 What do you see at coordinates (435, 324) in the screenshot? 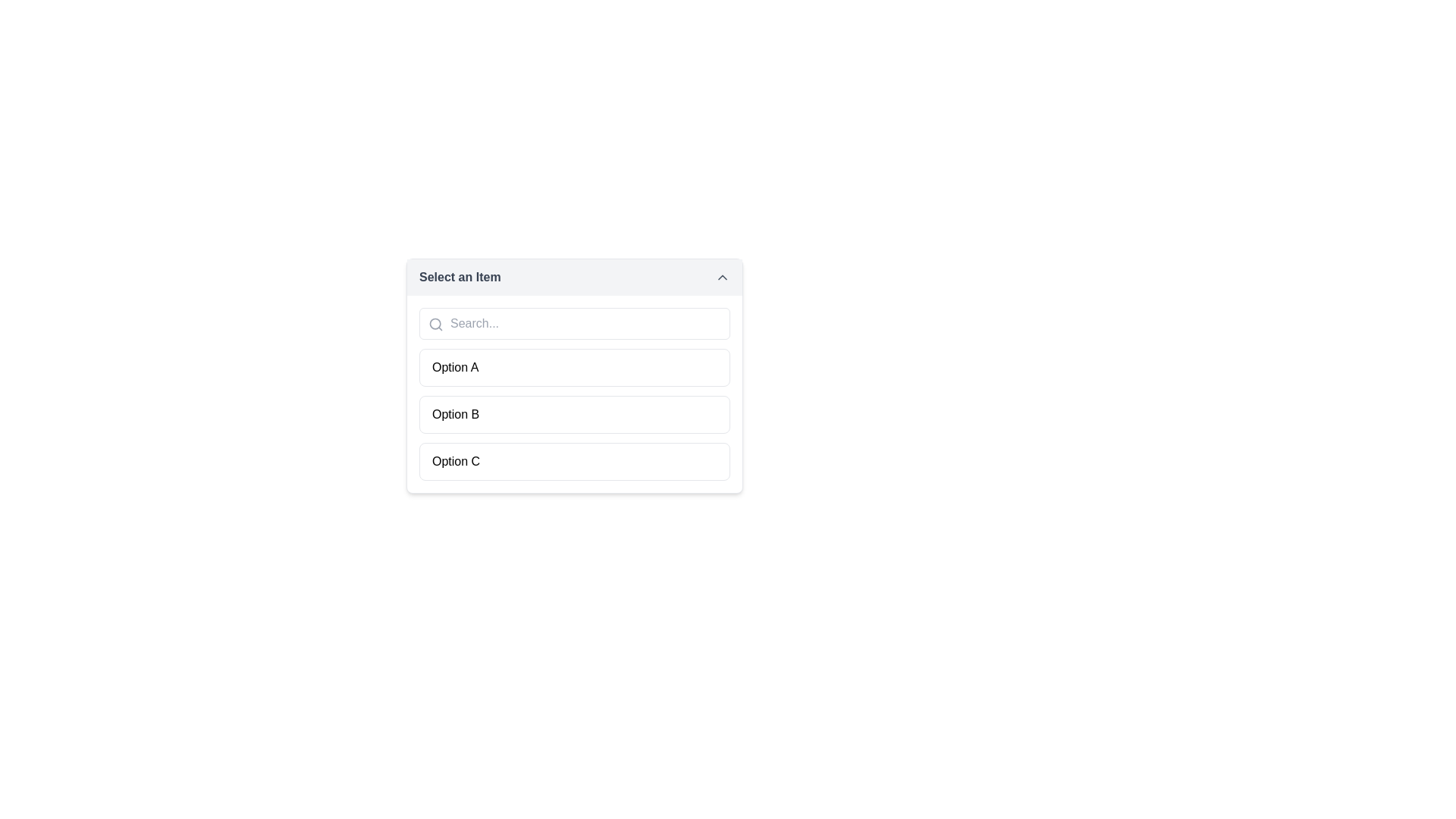
I see `the search icon, which is a gray magnifying glass located at the top-left corner of the search bar input field` at bounding box center [435, 324].